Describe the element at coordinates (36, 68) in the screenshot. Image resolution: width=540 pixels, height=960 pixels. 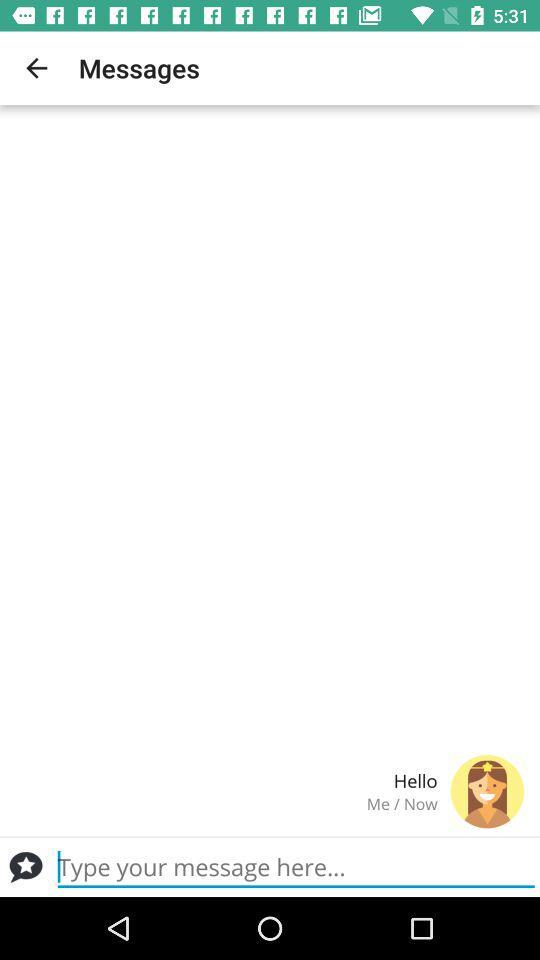
I see `app to the left of messages app` at that location.